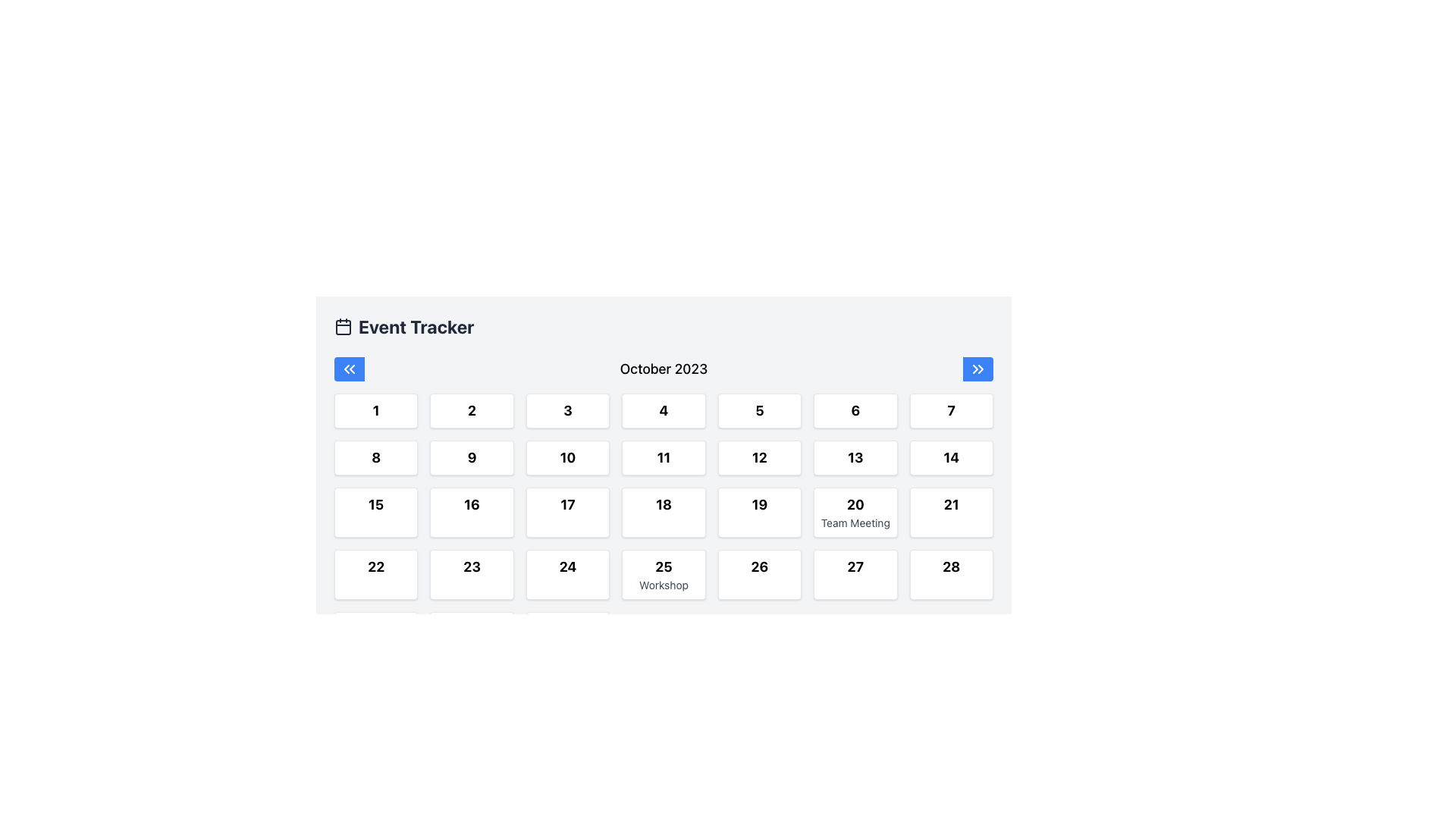 This screenshot has width=1456, height=819. I want to click on the Calendar Day Block representing the 26th day for more details, so click(759, 575).